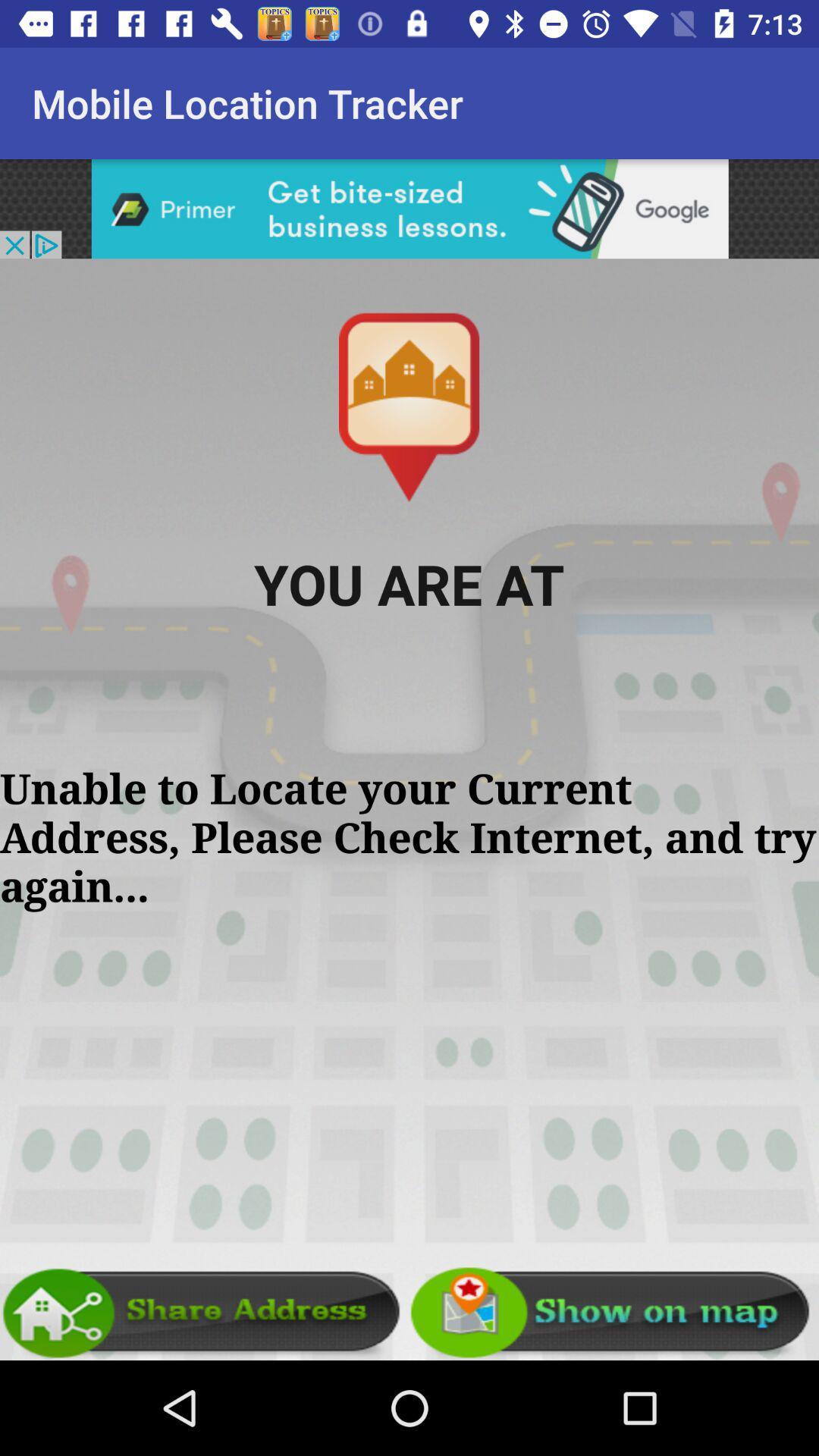  What do you see at coordinates (614, 1312) in the screenshot?
I see `show on map option` at bounding box center [614, 1312].